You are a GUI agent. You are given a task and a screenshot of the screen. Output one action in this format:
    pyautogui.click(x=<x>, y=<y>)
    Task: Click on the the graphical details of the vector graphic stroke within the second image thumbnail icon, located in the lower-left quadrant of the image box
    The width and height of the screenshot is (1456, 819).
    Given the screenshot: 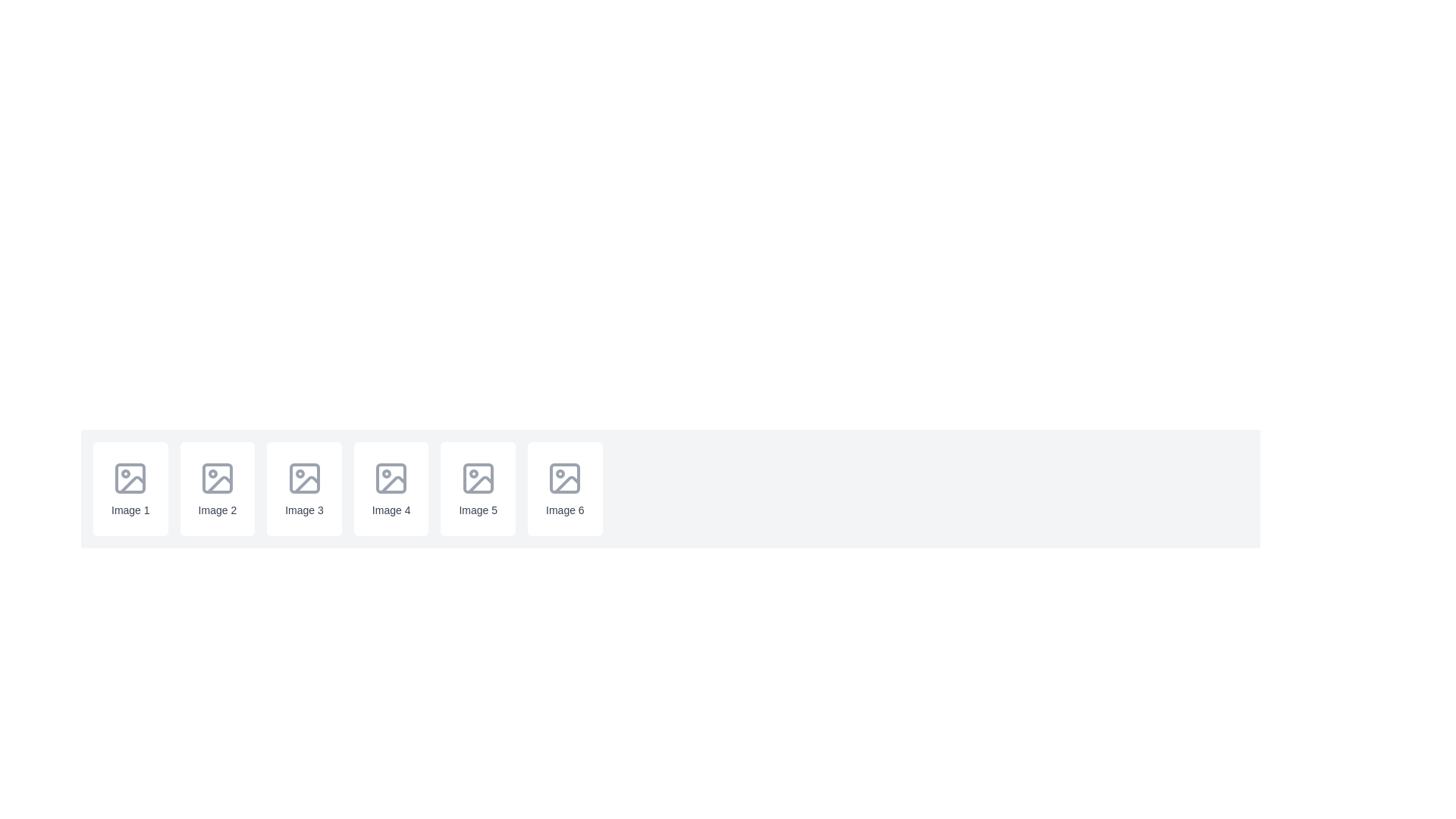 What is the action you would take?
    pyautogui.click(x=218, y=485)
    